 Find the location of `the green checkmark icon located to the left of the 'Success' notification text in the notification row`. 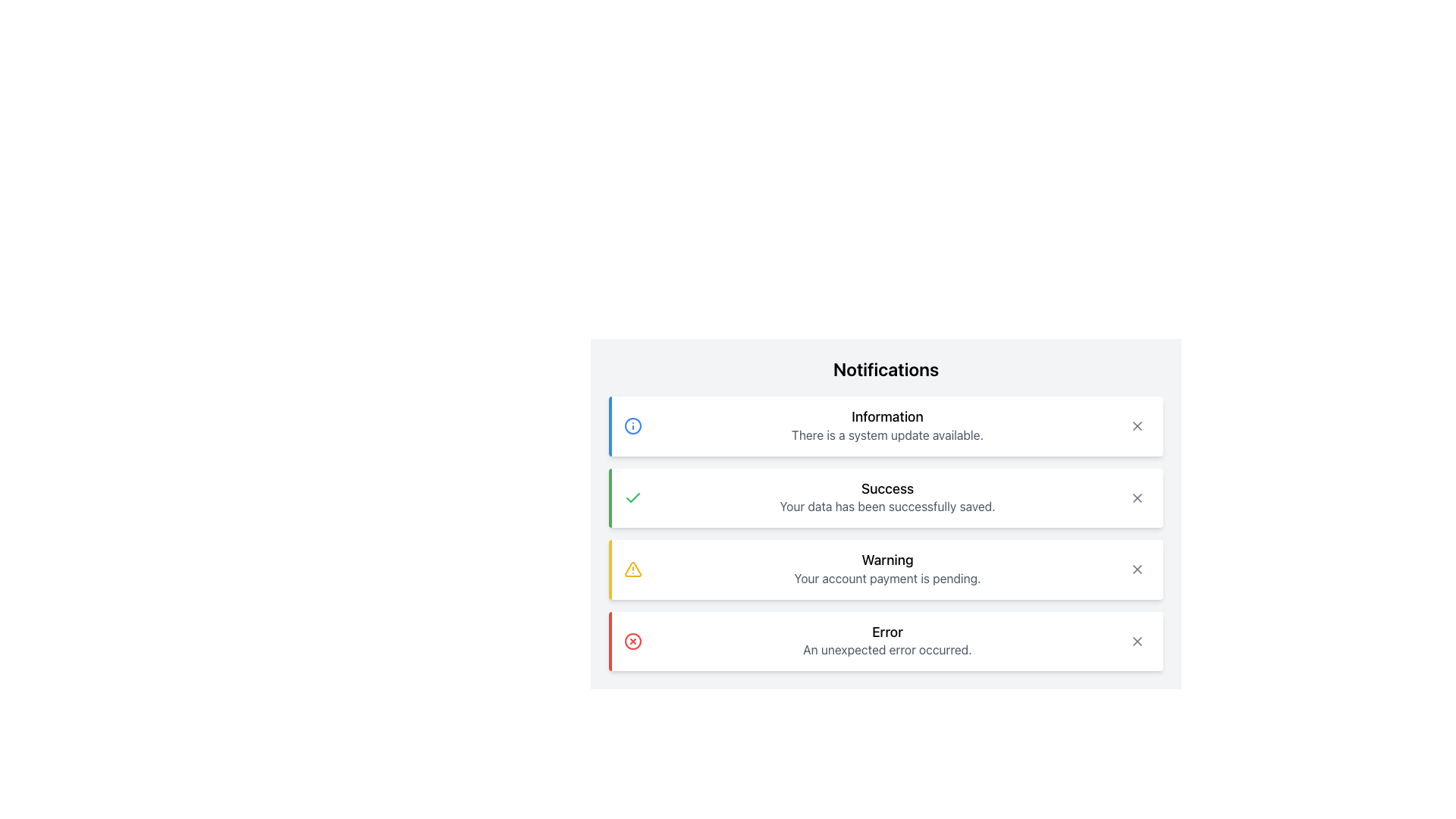

the green checkmark icon located to the left of the 'Success' notification text in the notification row is located at coordinates (633, 497).